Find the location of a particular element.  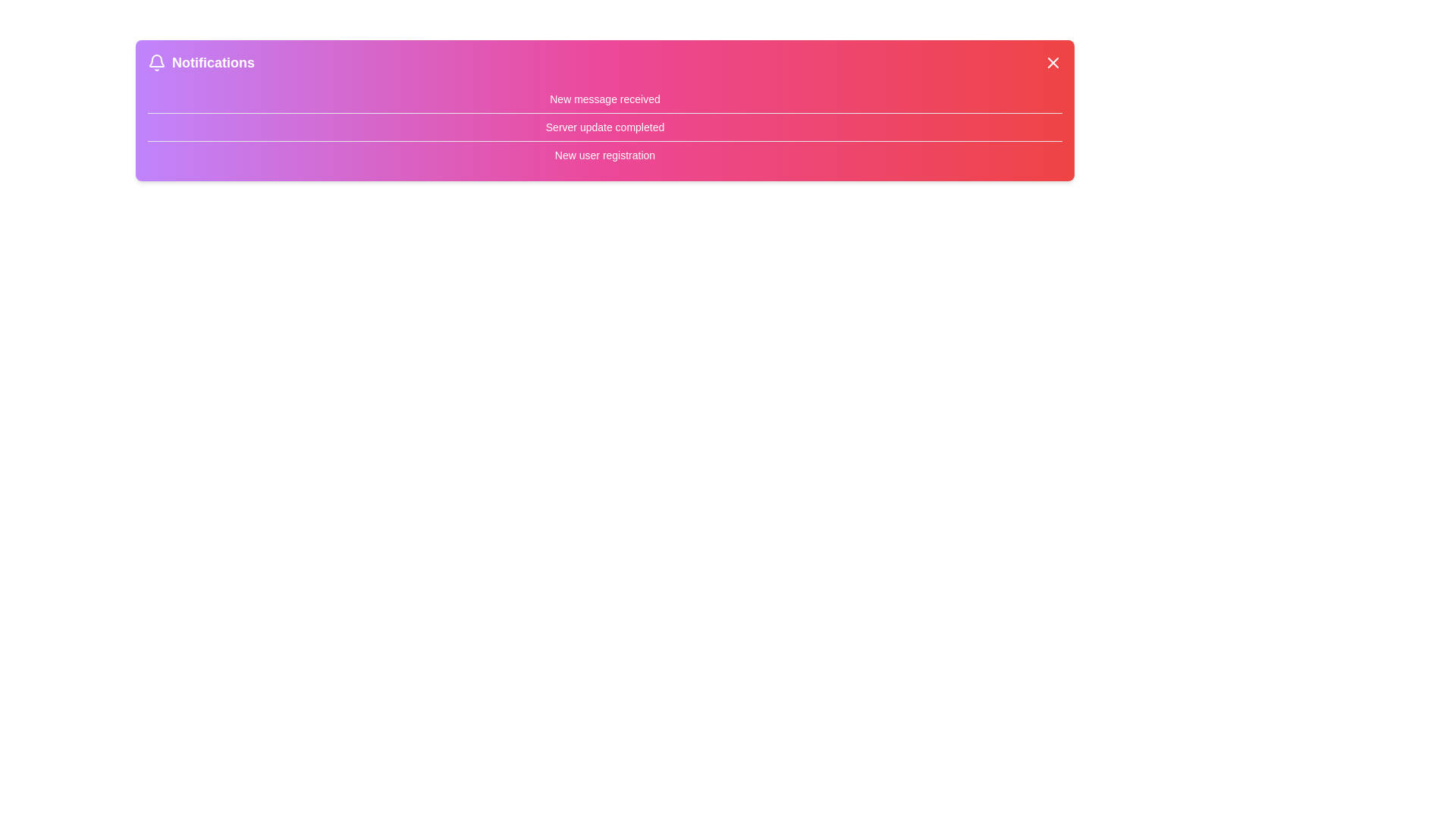

the bell icon located in the top left part of the notification panel, adjacent to the text 'Notifications' is located at coordinates (156, 62).